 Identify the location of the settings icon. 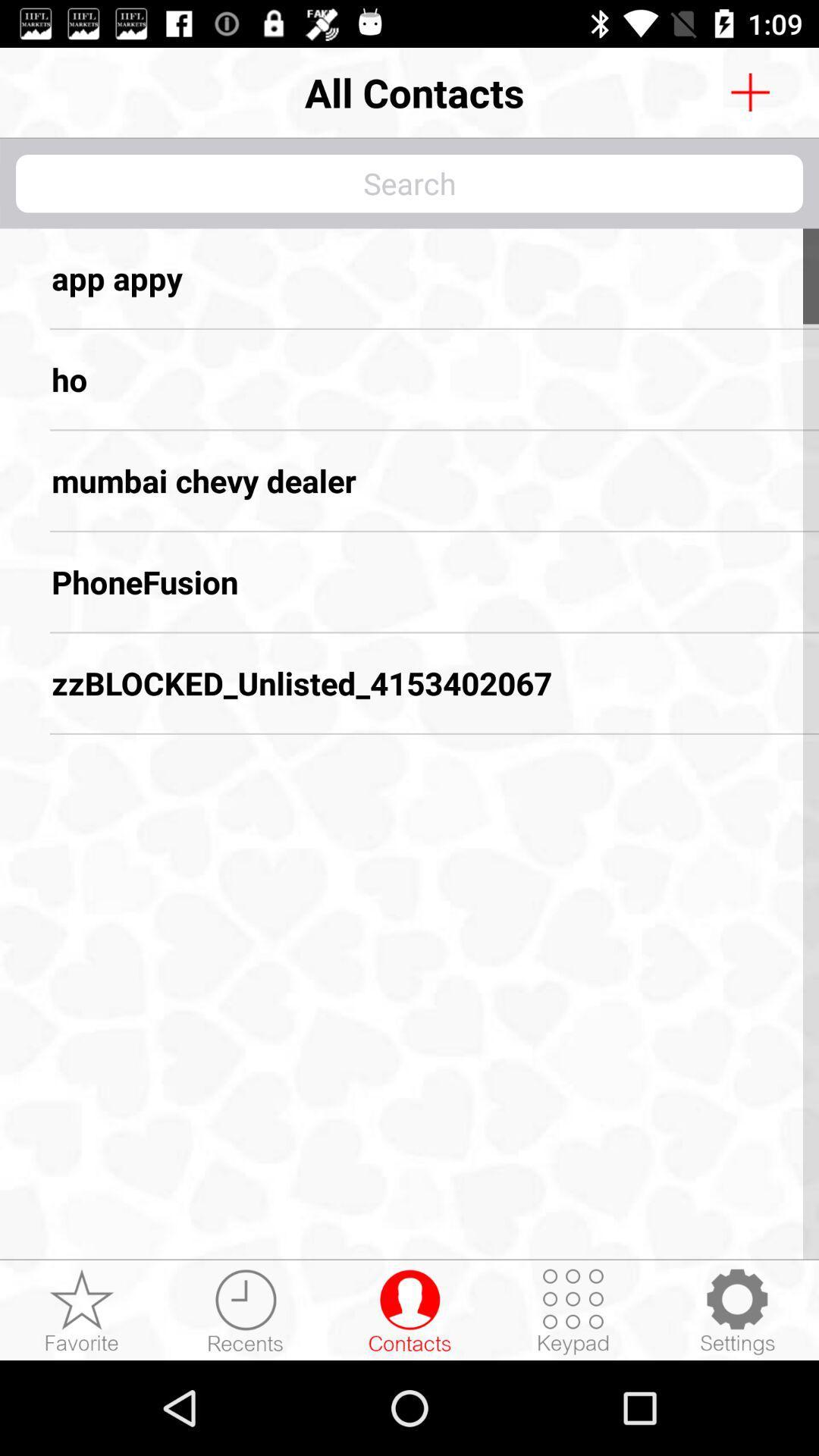
(736, 1310).